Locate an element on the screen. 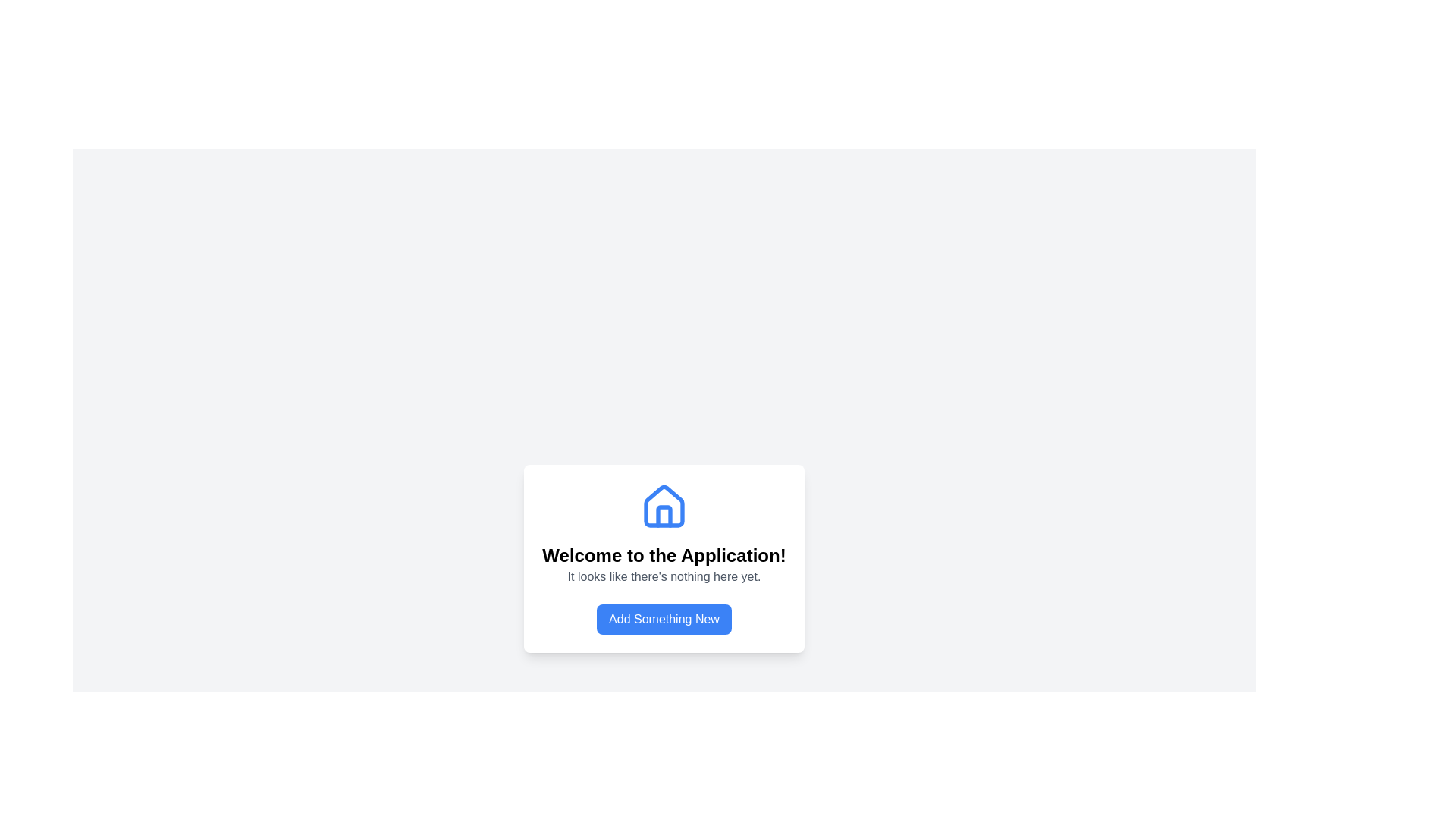 The height and width of the screenshot is (819, 1456). the informational text label that provides context about the absence of content, located beneath the title 'Welcome to the Application!' and above the button 'Add Something New' is located at coordinates (664, 576).